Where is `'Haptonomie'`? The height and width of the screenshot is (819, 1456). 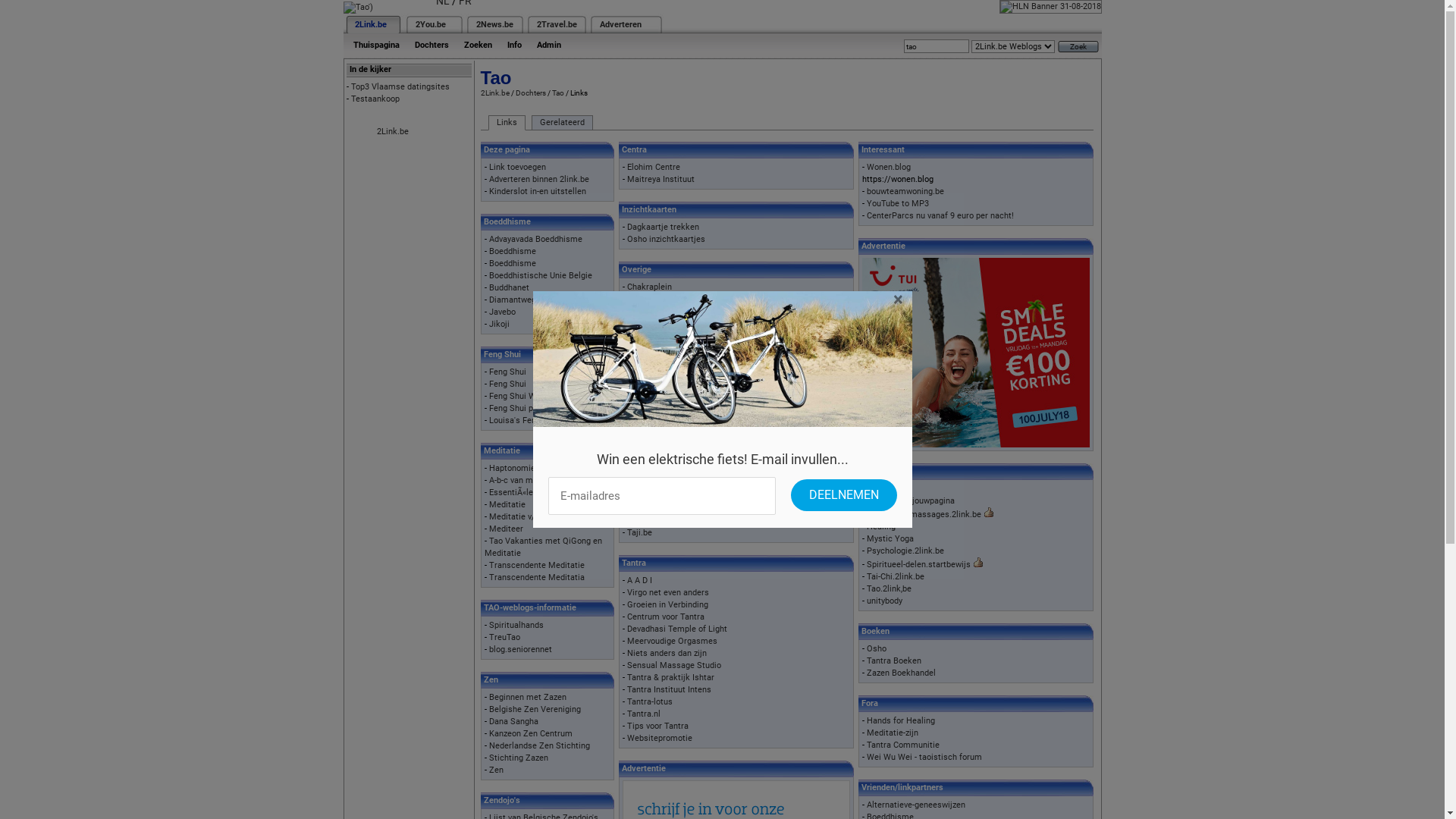 'Haptonomie' is located at coordinates (511, 467).